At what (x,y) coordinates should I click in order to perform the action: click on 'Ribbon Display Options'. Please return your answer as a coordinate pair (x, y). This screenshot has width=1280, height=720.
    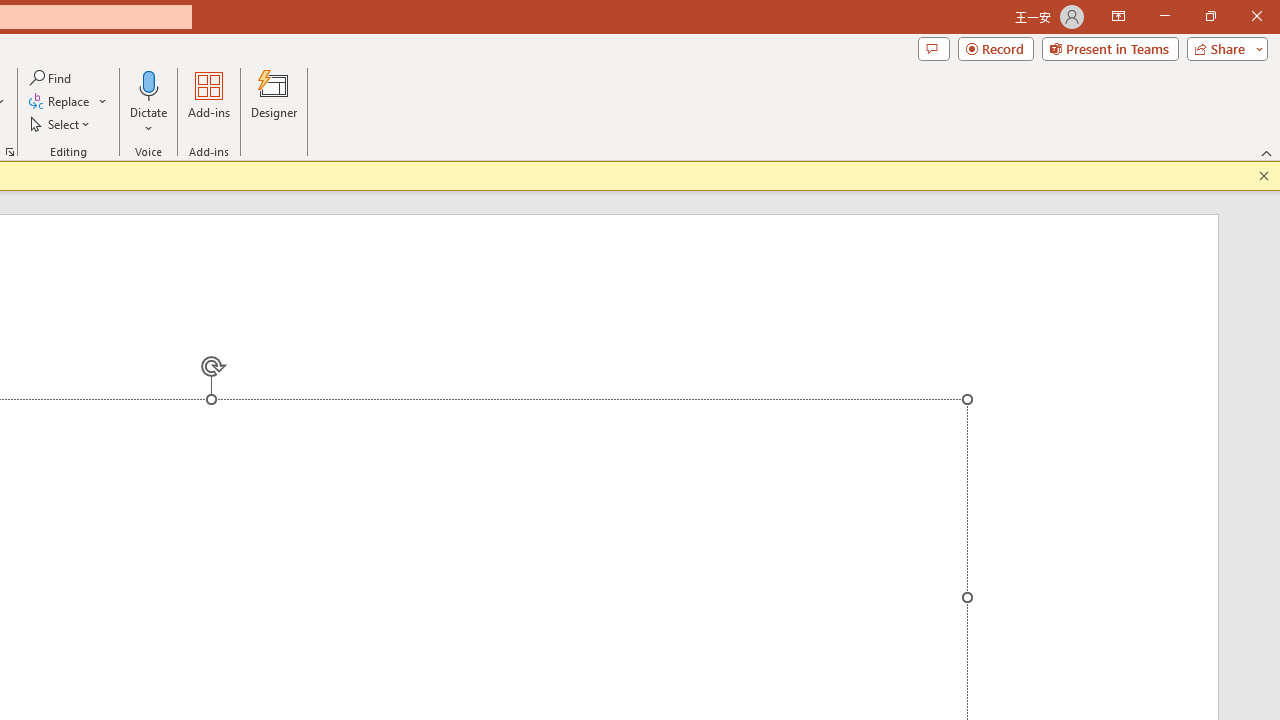
    Looking at the image, I should click on (1117, 16).